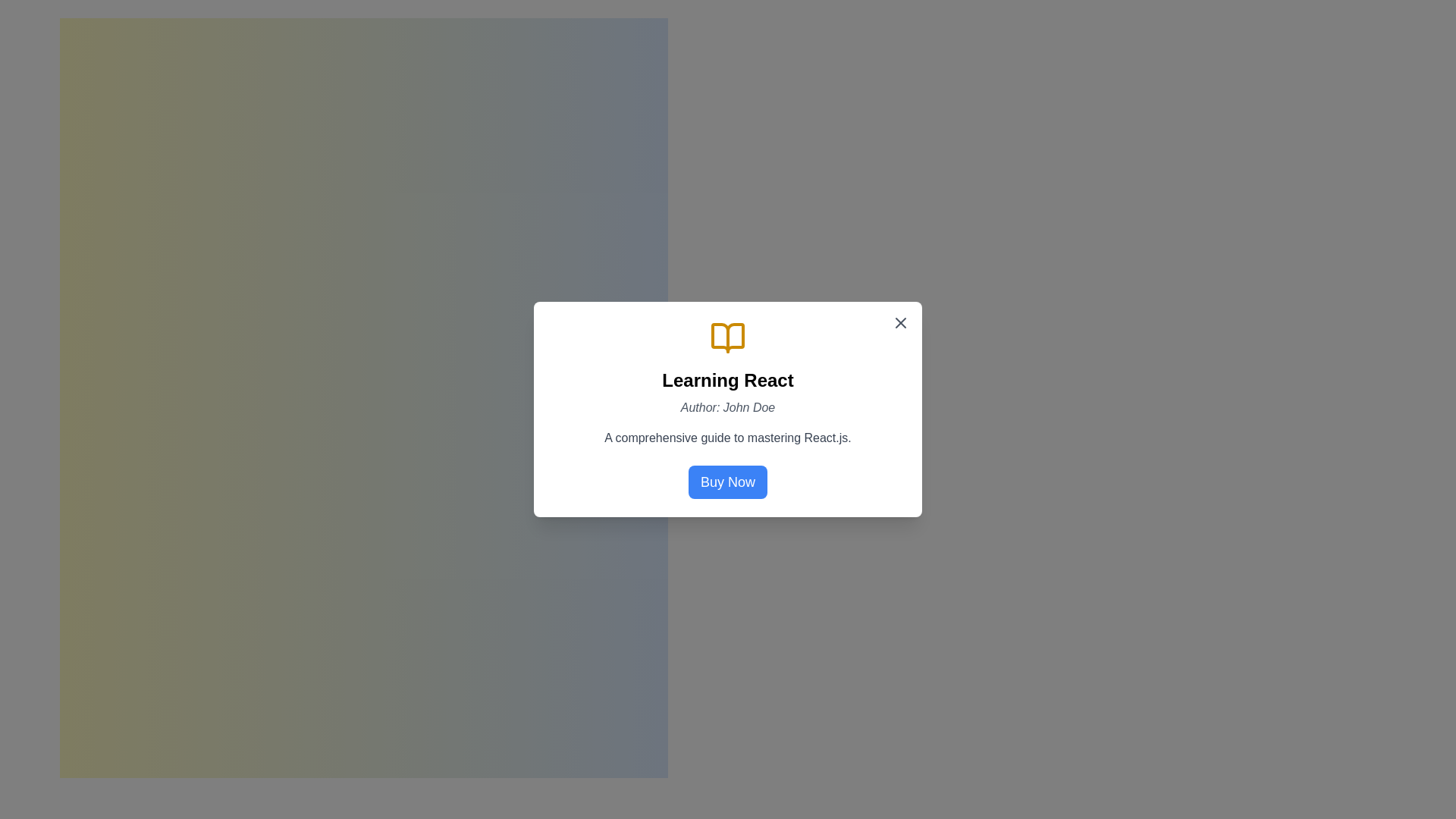 Image resolution: width=1456 pixels, height=819 pixels. I want to click on the description text of the book 'Learning React', which is centrally positioned below 'Author: John Doe' and above the 'Buy Now' button, so click(728, 438).